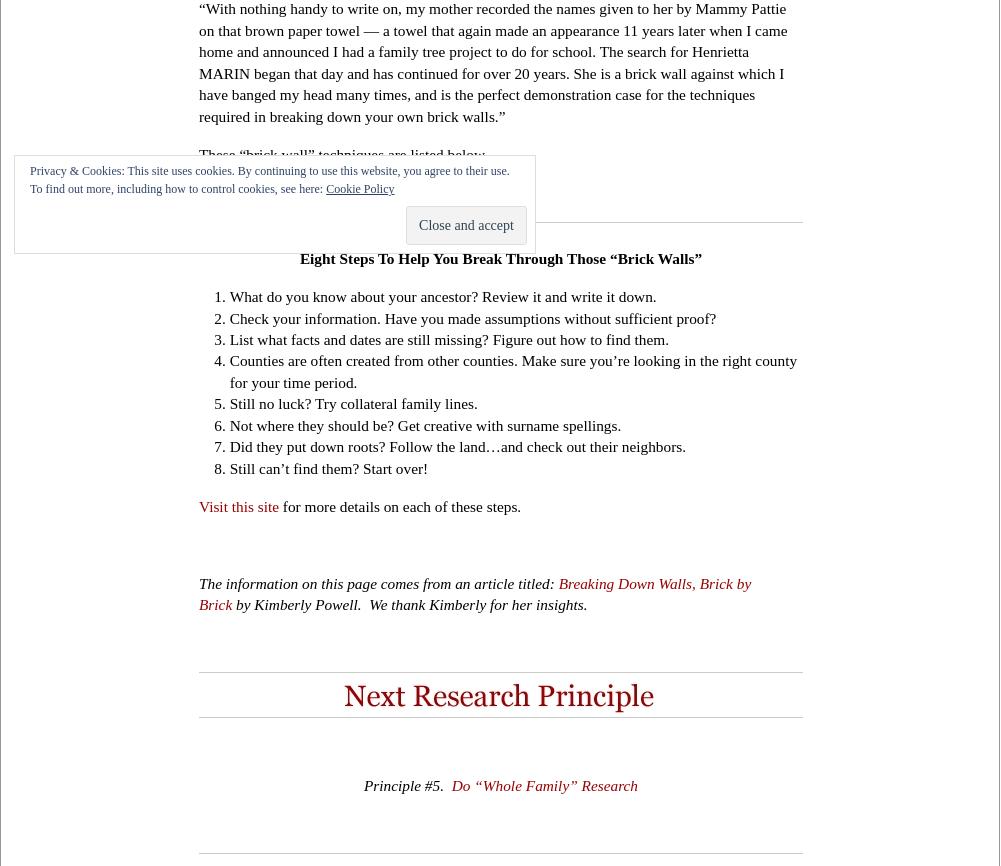  What do you see at coordinates (343, 154) in the screenshot?
I see `'These “brick wall” techniques are listed below.'` at bounding box center [343, 154].